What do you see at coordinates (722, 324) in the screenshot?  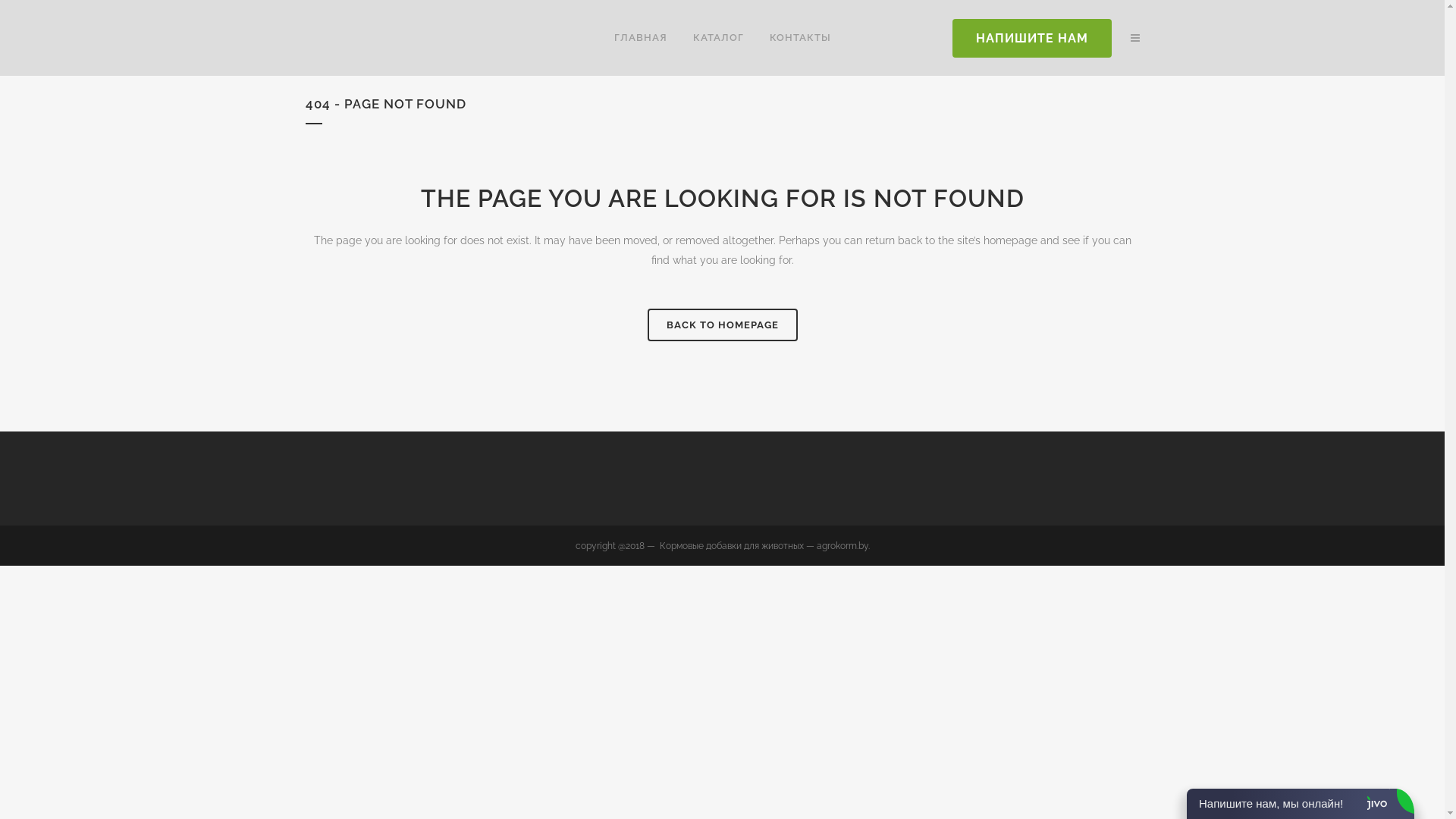 I see `'BACK TO HOMEPAGE'` at bounding box center [722, 324].